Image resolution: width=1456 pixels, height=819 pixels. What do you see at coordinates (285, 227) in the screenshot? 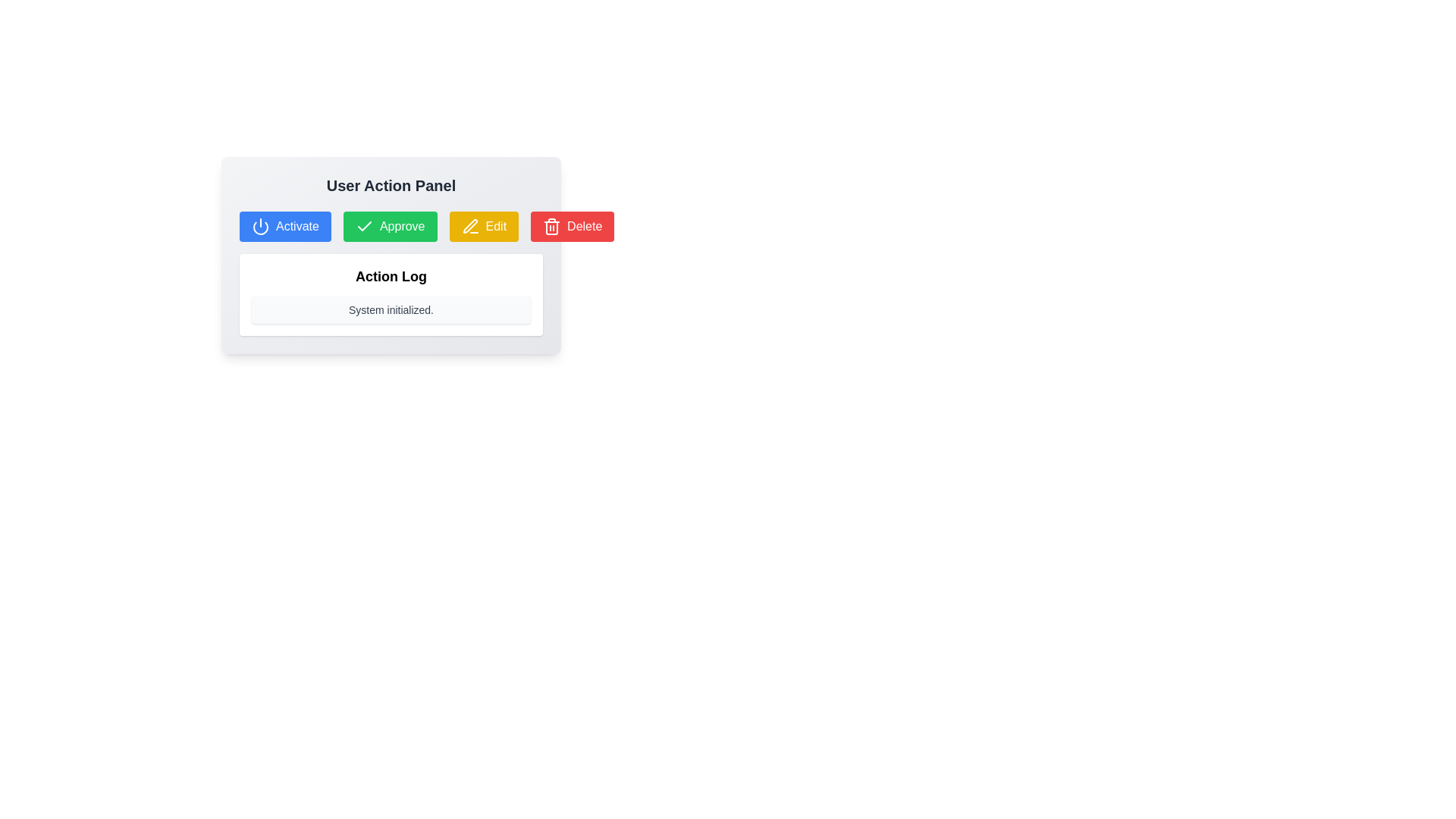
I see `the 'Activate' button` at bounding box center [285, 227].